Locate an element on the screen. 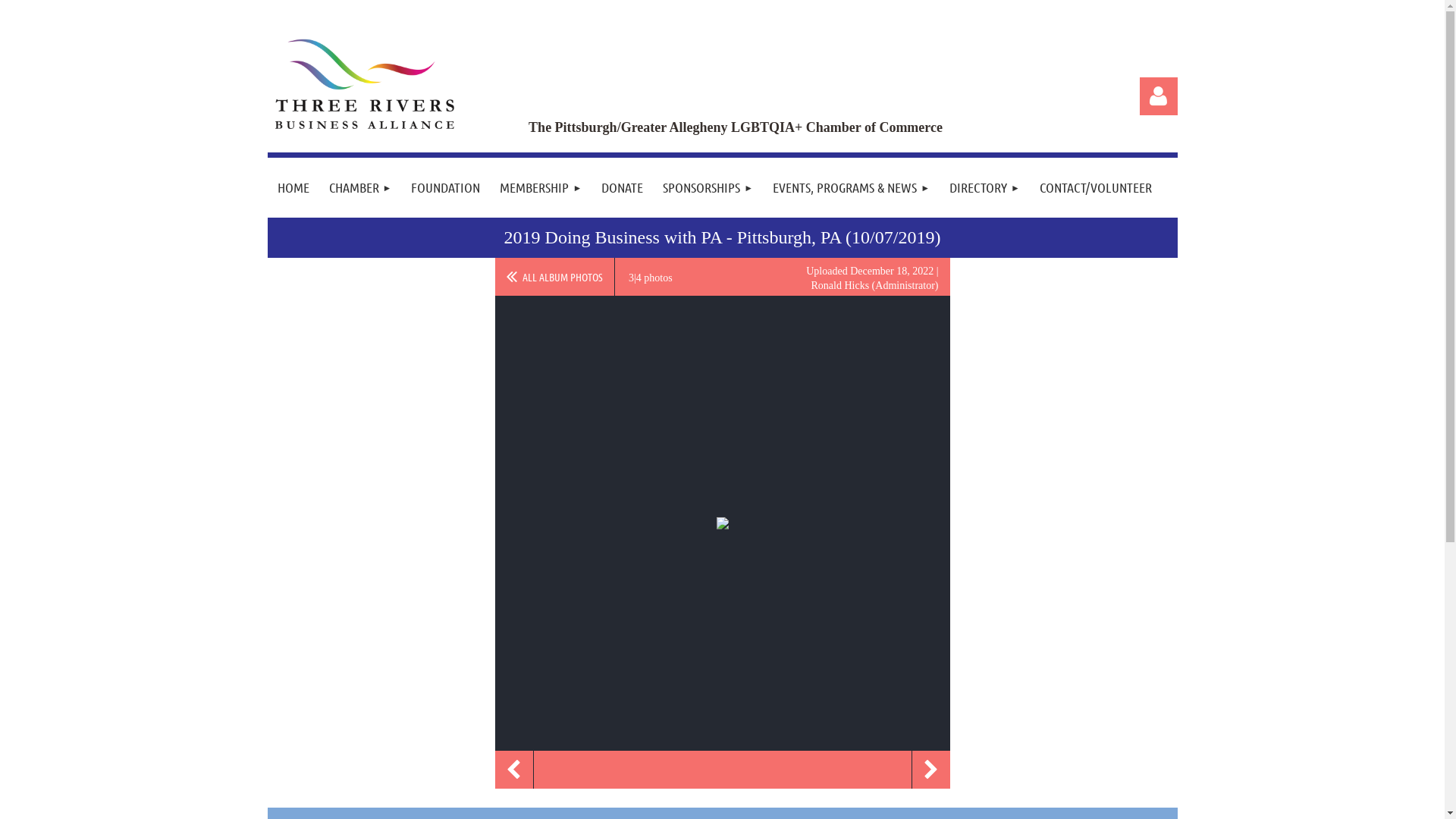 The image size is (1456, 819). 'ALL ALBUM PHOTOS' is located at coordinates (553, 277).